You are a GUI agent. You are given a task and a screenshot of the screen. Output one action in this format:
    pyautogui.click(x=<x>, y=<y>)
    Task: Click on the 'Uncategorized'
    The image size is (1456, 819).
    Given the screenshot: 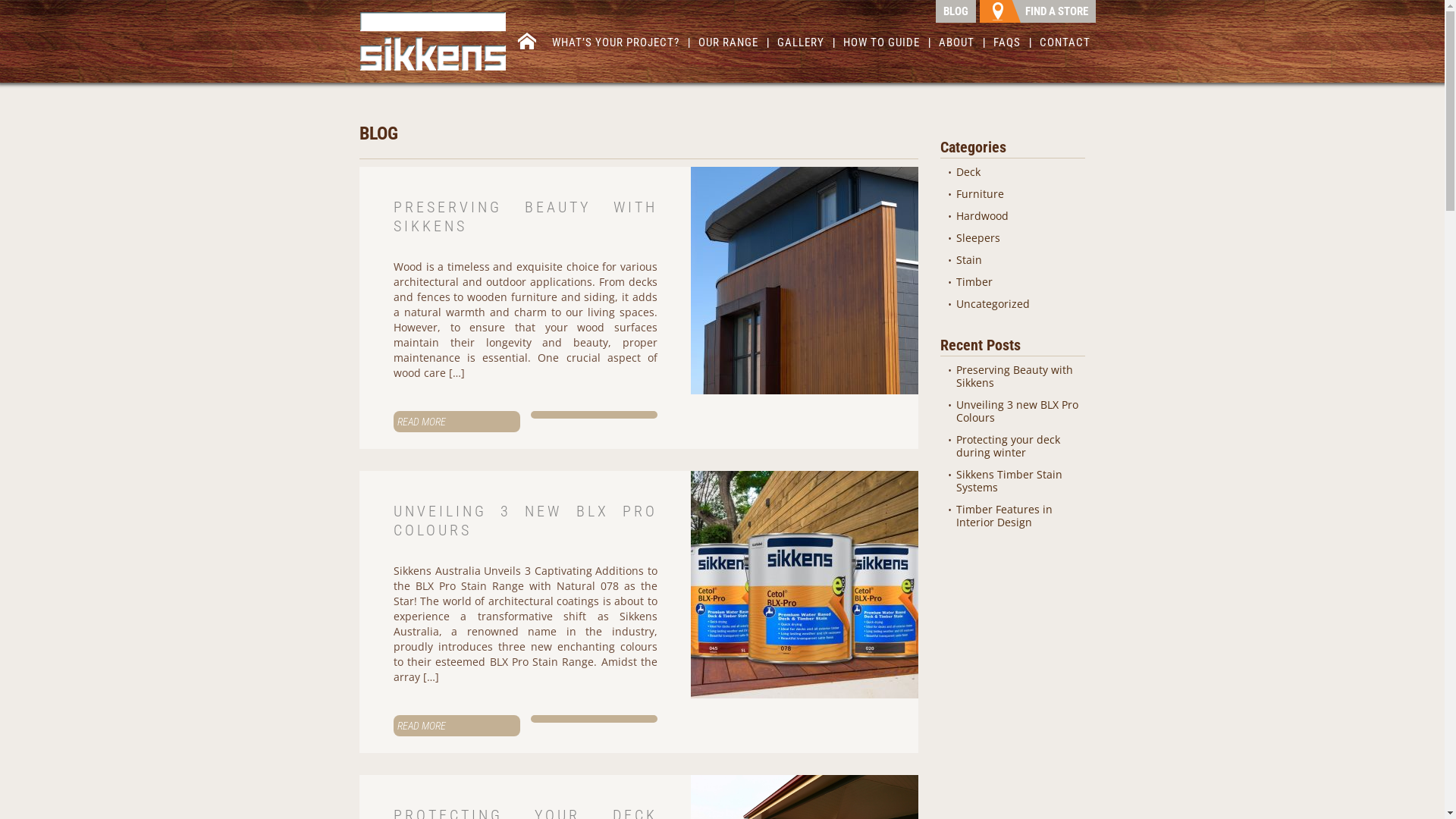 What is the action you would take?
    pyautogui.click(x=955, y=303)
    